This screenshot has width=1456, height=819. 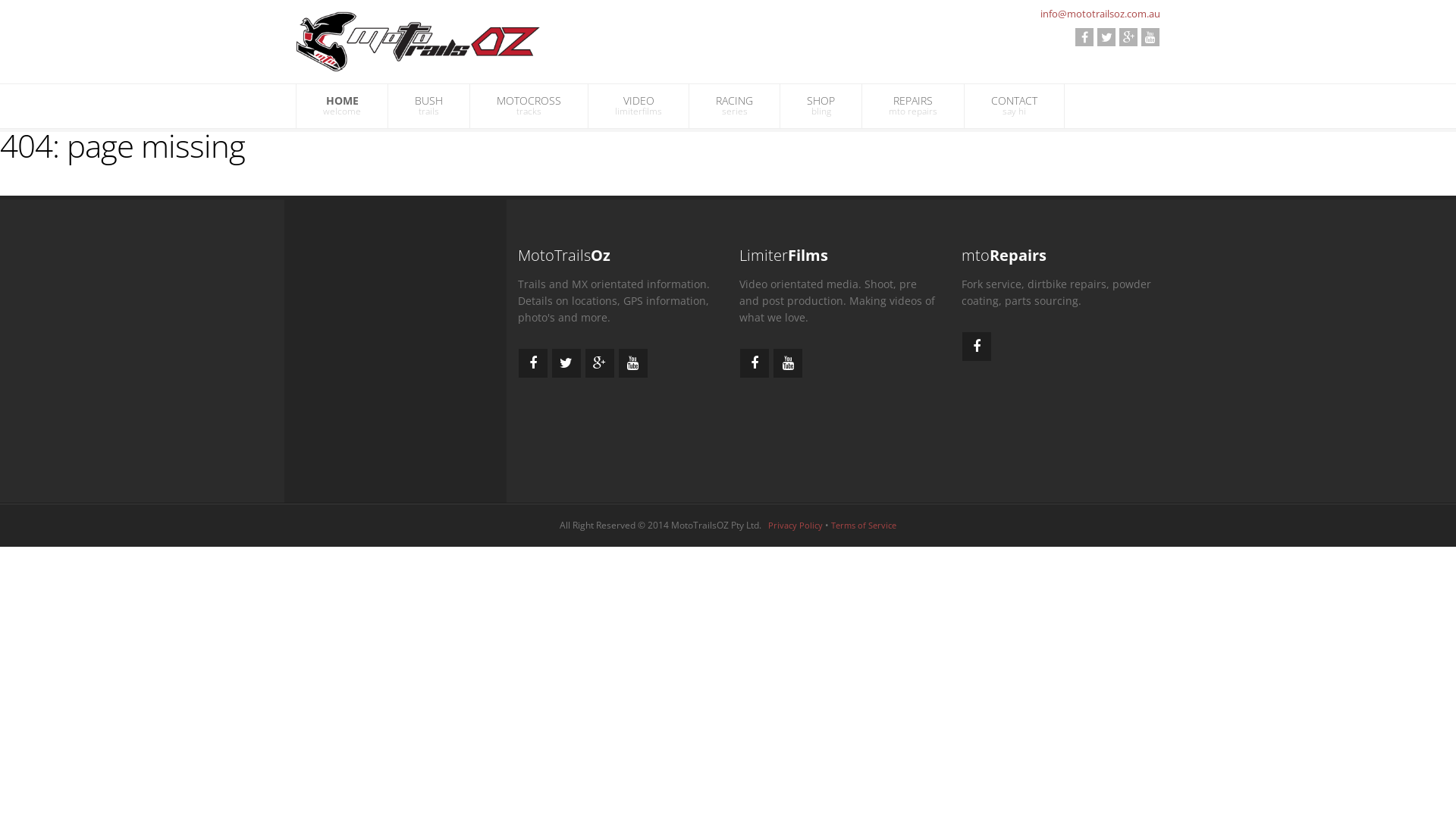 What do you see at coordinates (638, 105) in the screenshot?
I see `'VIDEO` at bounding box center [638, 105].